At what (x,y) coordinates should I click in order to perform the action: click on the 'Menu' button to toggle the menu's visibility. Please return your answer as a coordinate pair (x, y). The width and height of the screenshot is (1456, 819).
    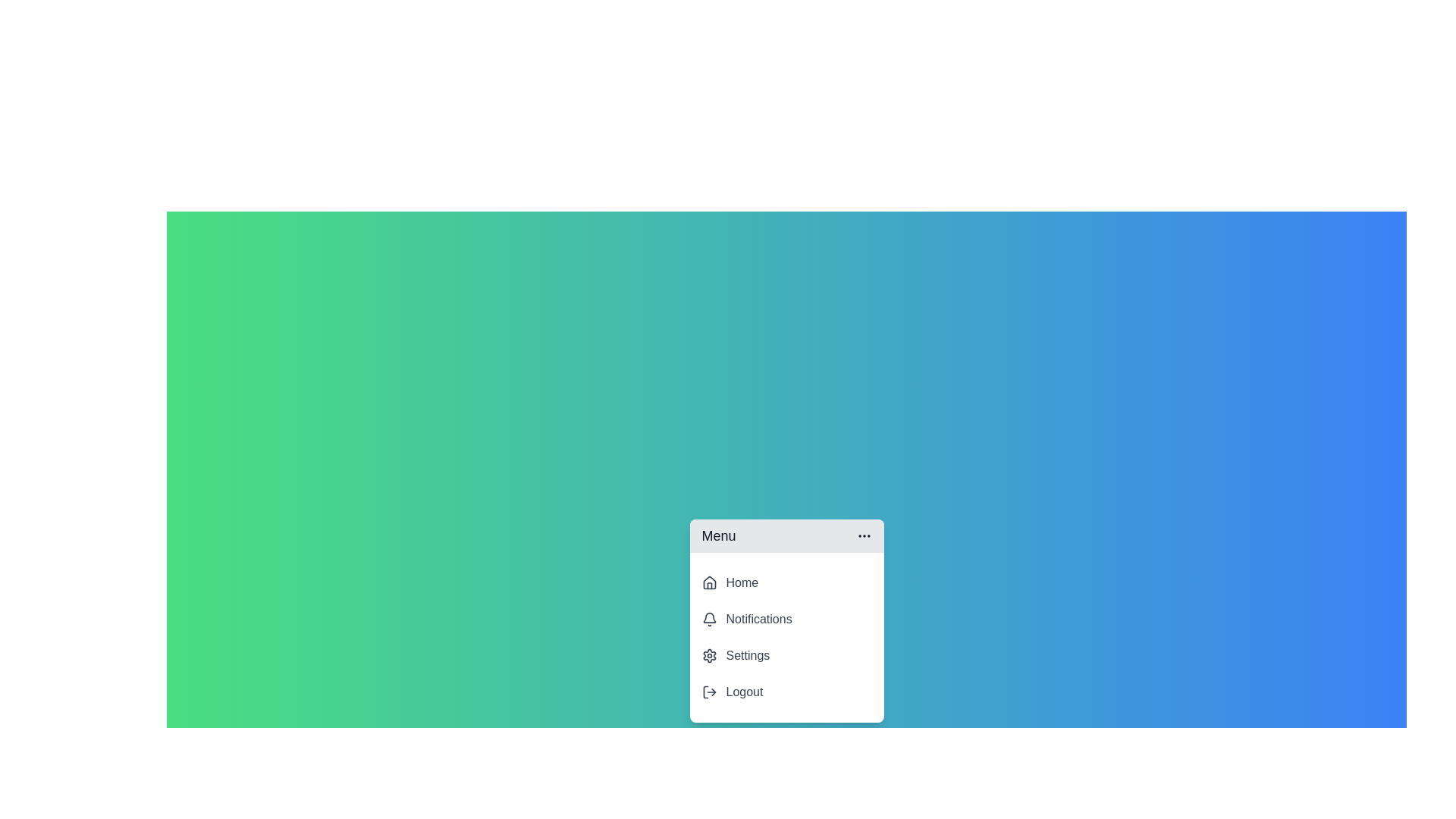
    Looking at the image, I should click on (786, 535).